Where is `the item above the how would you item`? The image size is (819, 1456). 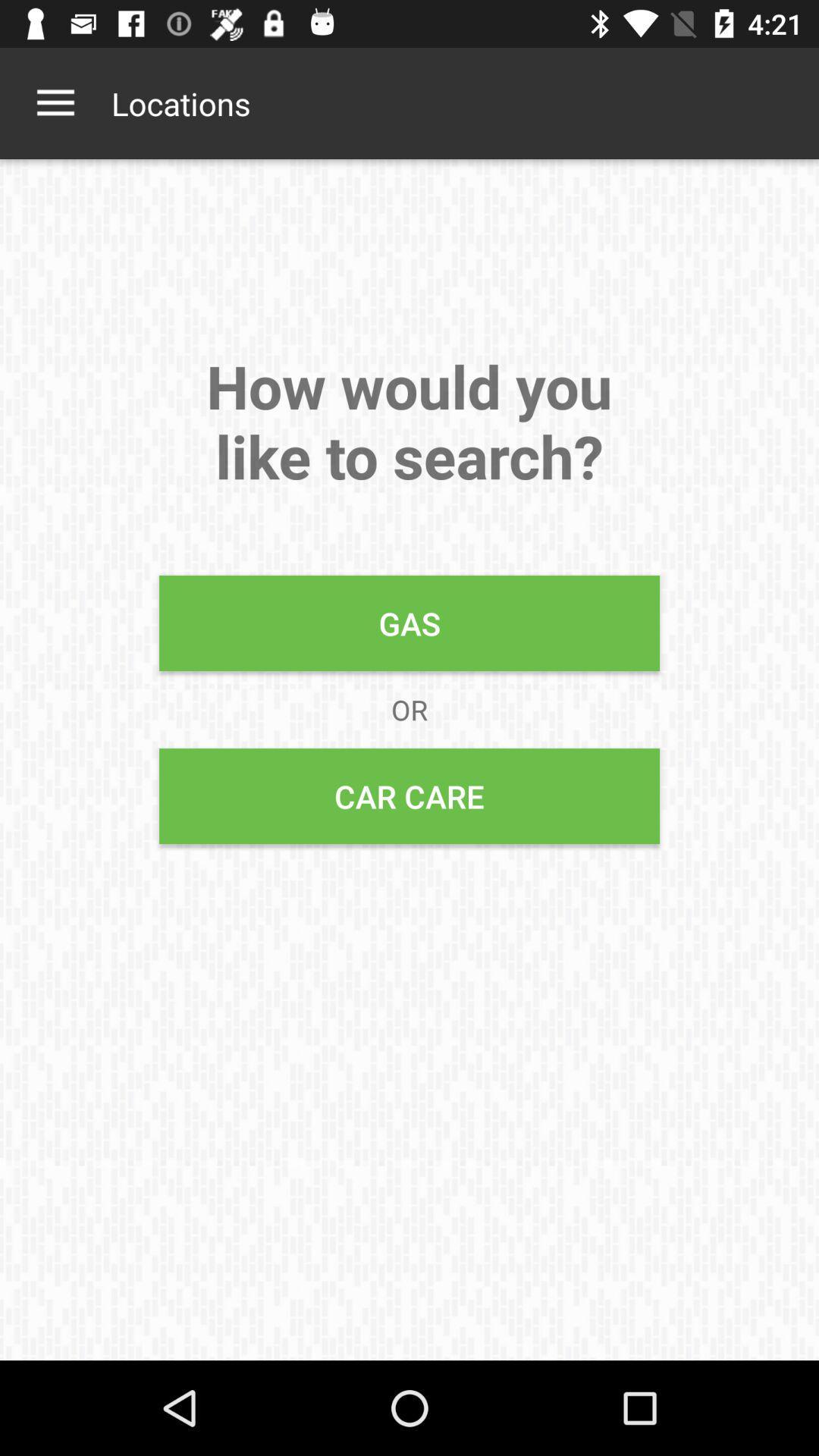
the item above the how would you item is located at coordinates (180, 102).